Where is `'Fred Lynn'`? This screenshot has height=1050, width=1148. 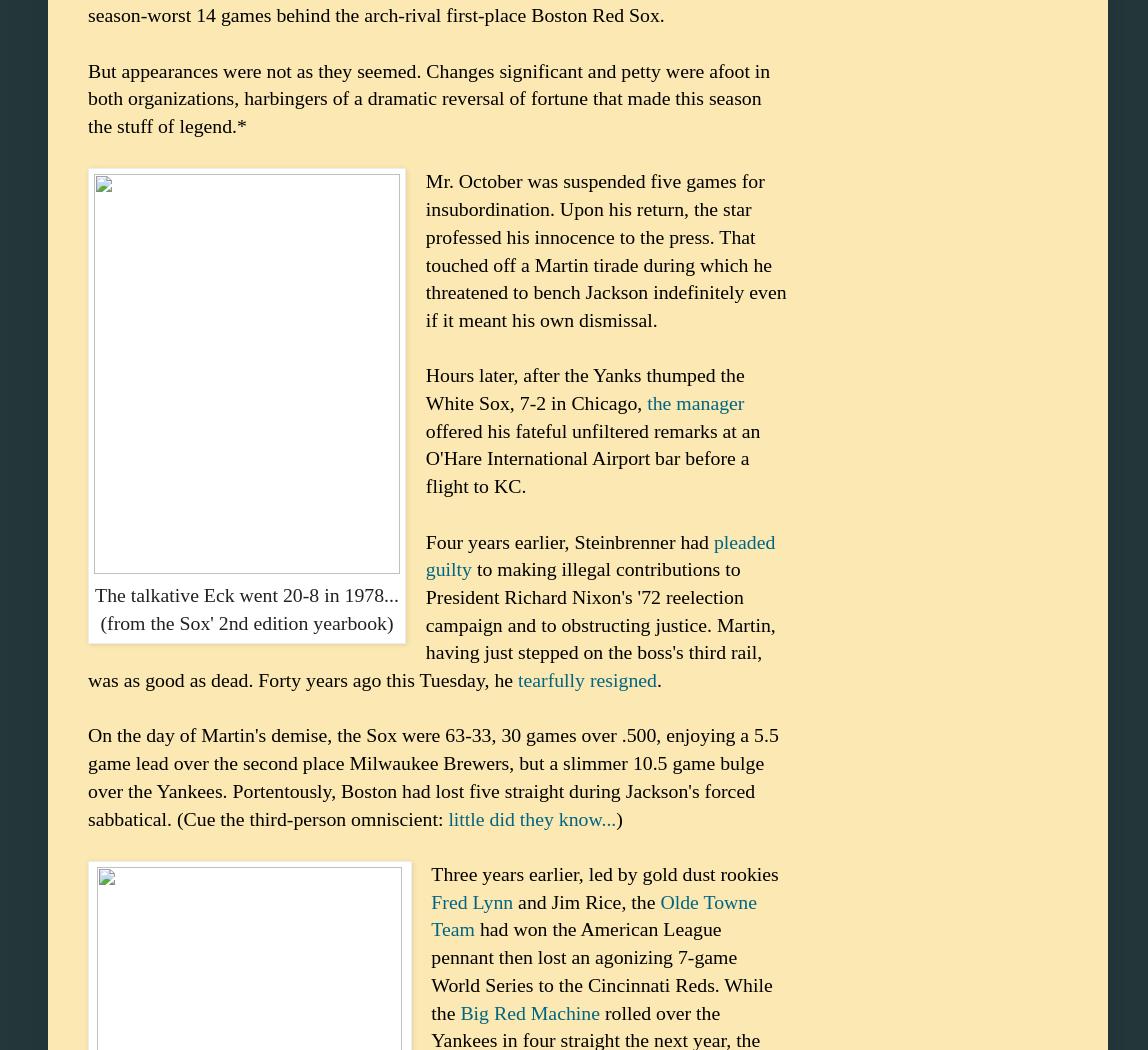
'Fred Lynn' is located at coordinates (430, 901).